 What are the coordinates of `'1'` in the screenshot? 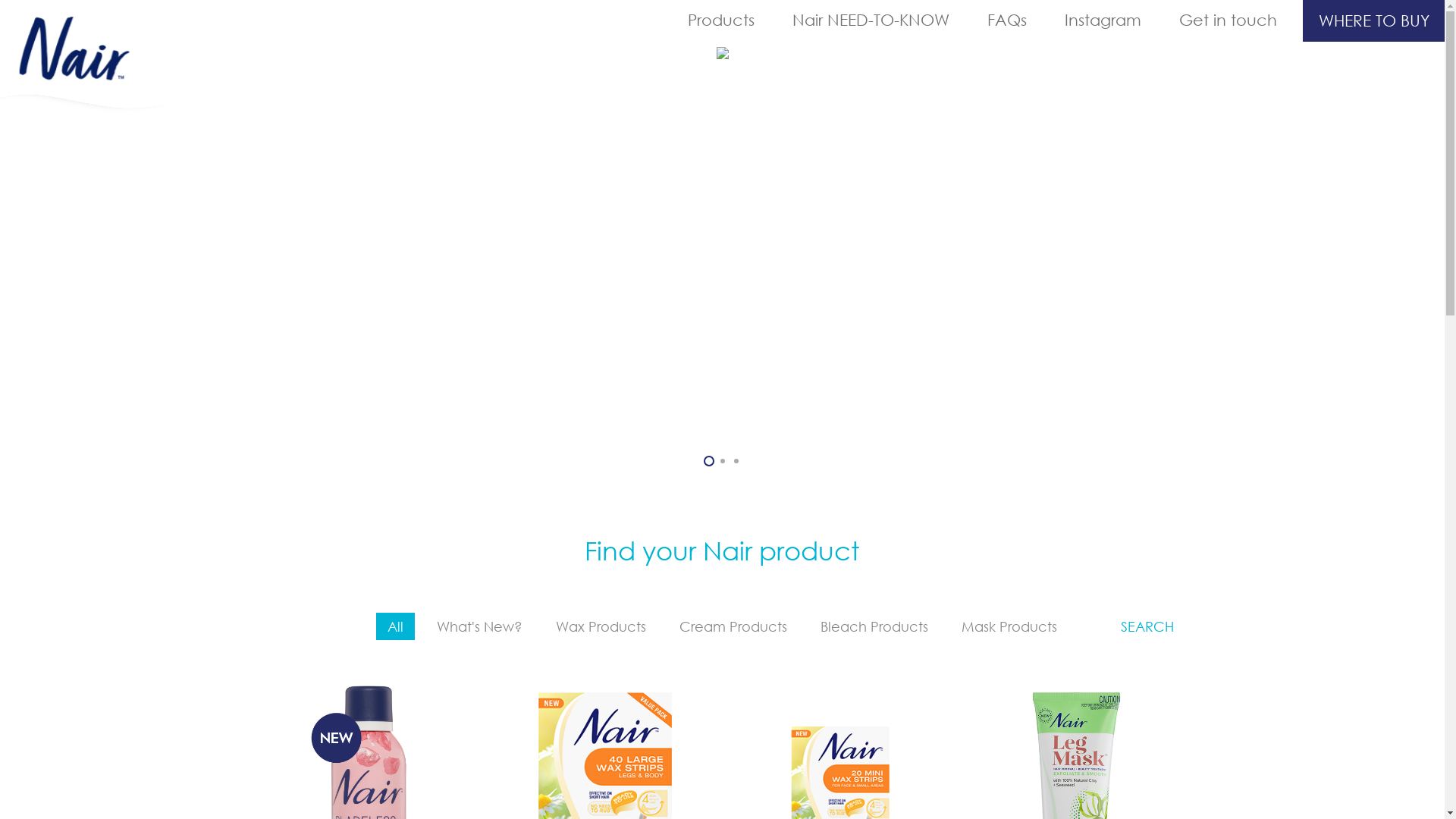 It's located at (708, 460).